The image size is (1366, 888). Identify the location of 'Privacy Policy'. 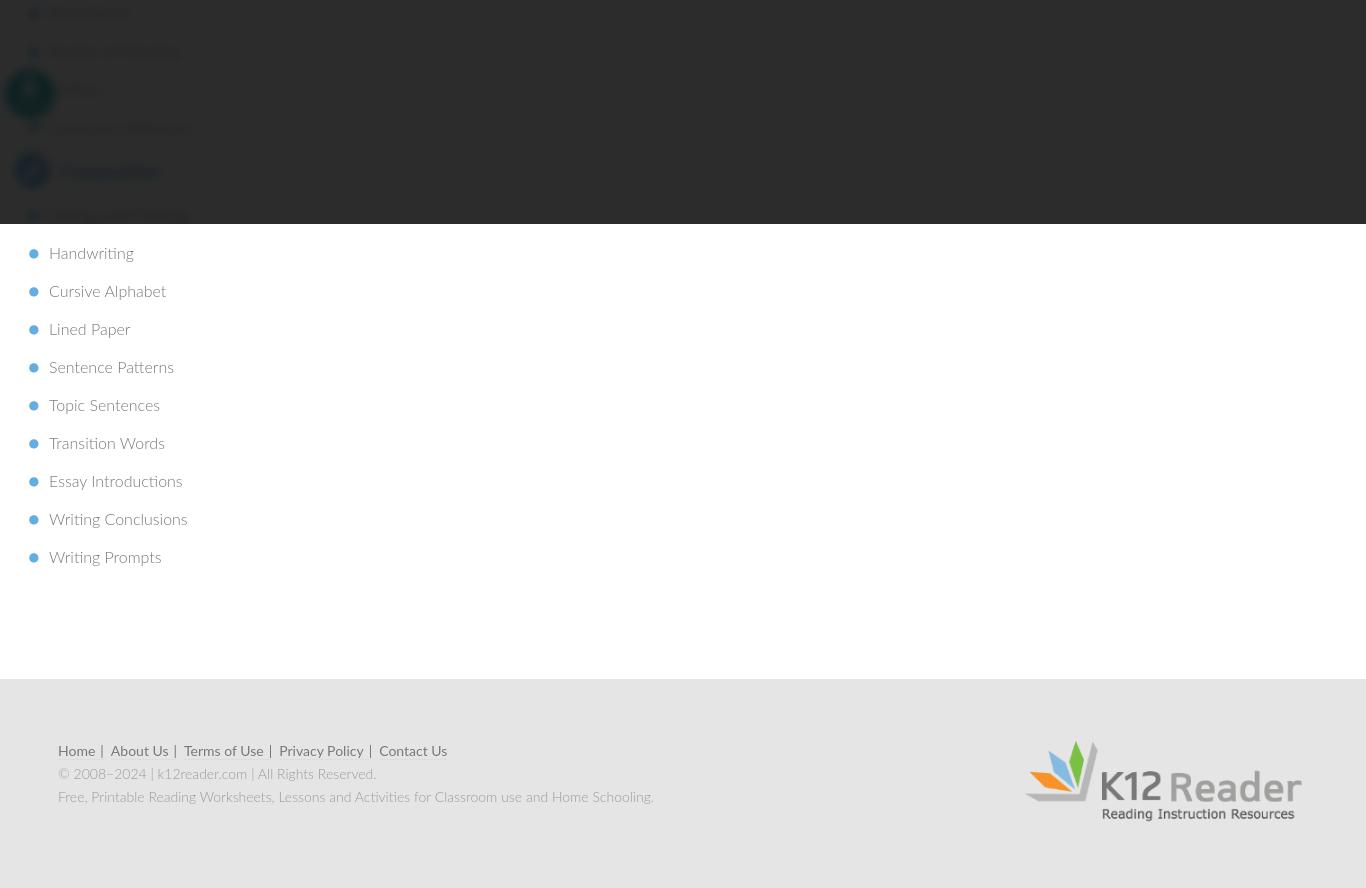
(321, 750).